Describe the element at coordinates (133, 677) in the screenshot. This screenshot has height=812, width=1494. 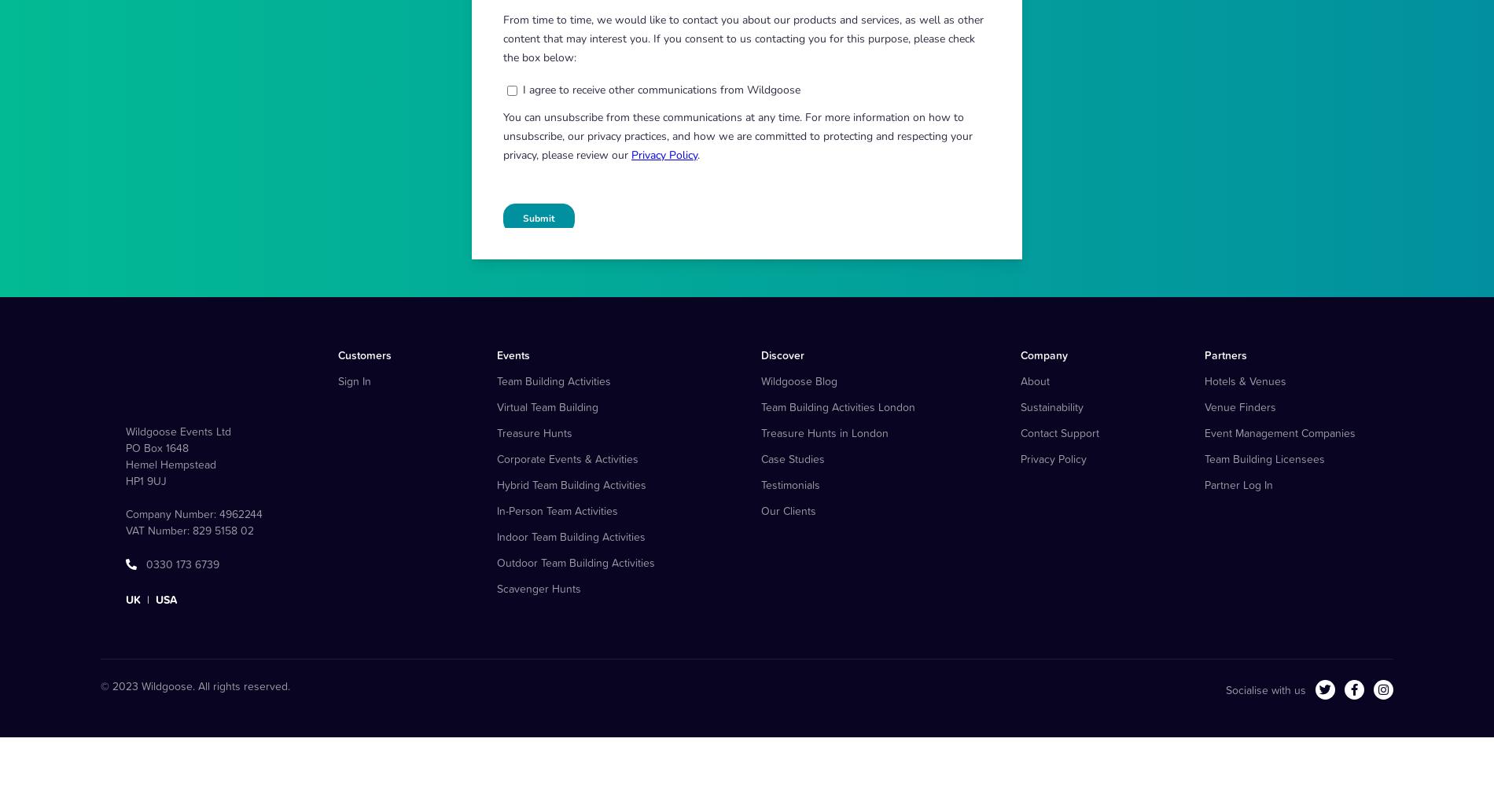
I see `'UK'` at that location.